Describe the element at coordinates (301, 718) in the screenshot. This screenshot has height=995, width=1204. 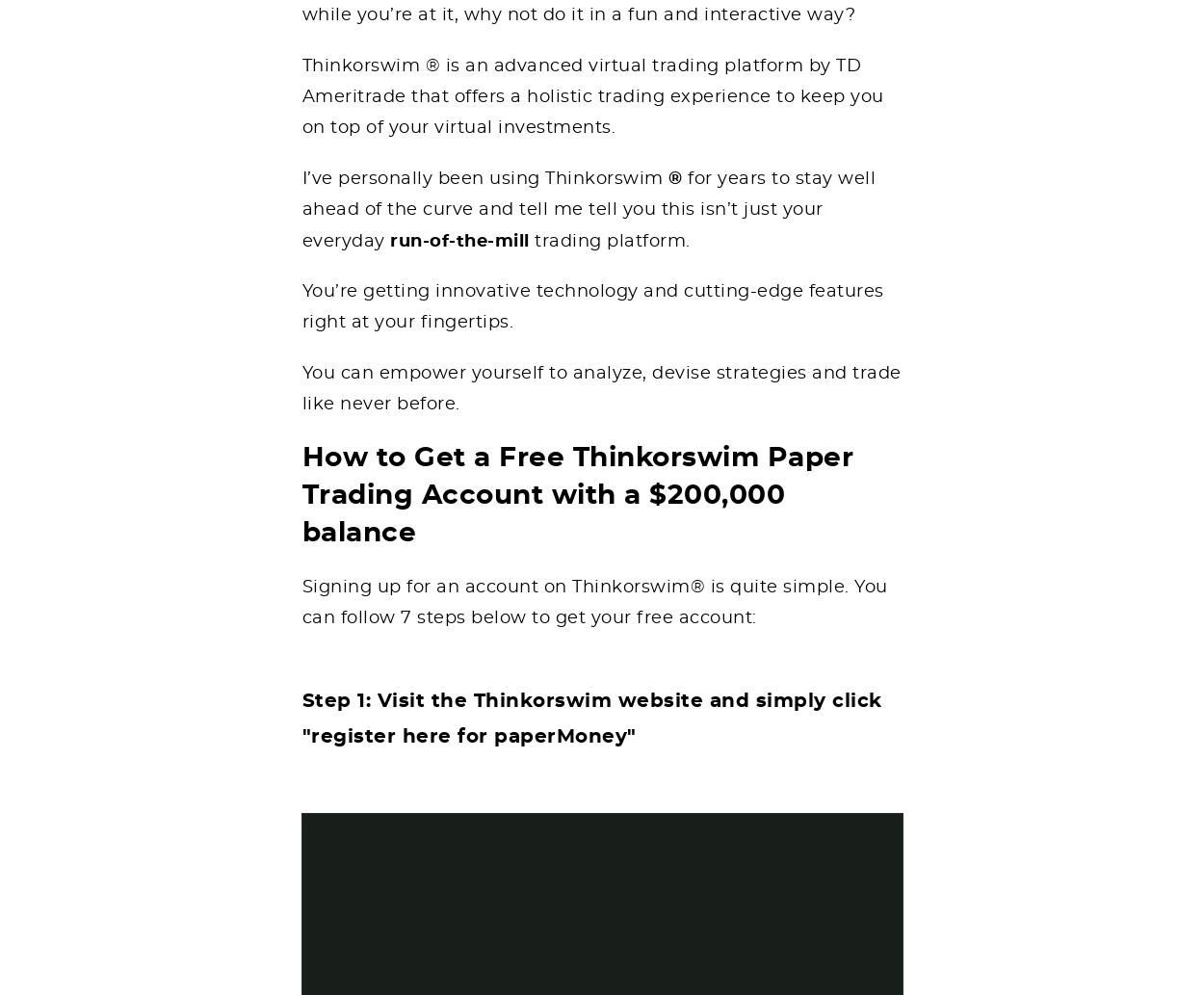
I see `'Step 1: Visit the Thinkorswim website and simply click "register here for paperMoney"'` at that location.